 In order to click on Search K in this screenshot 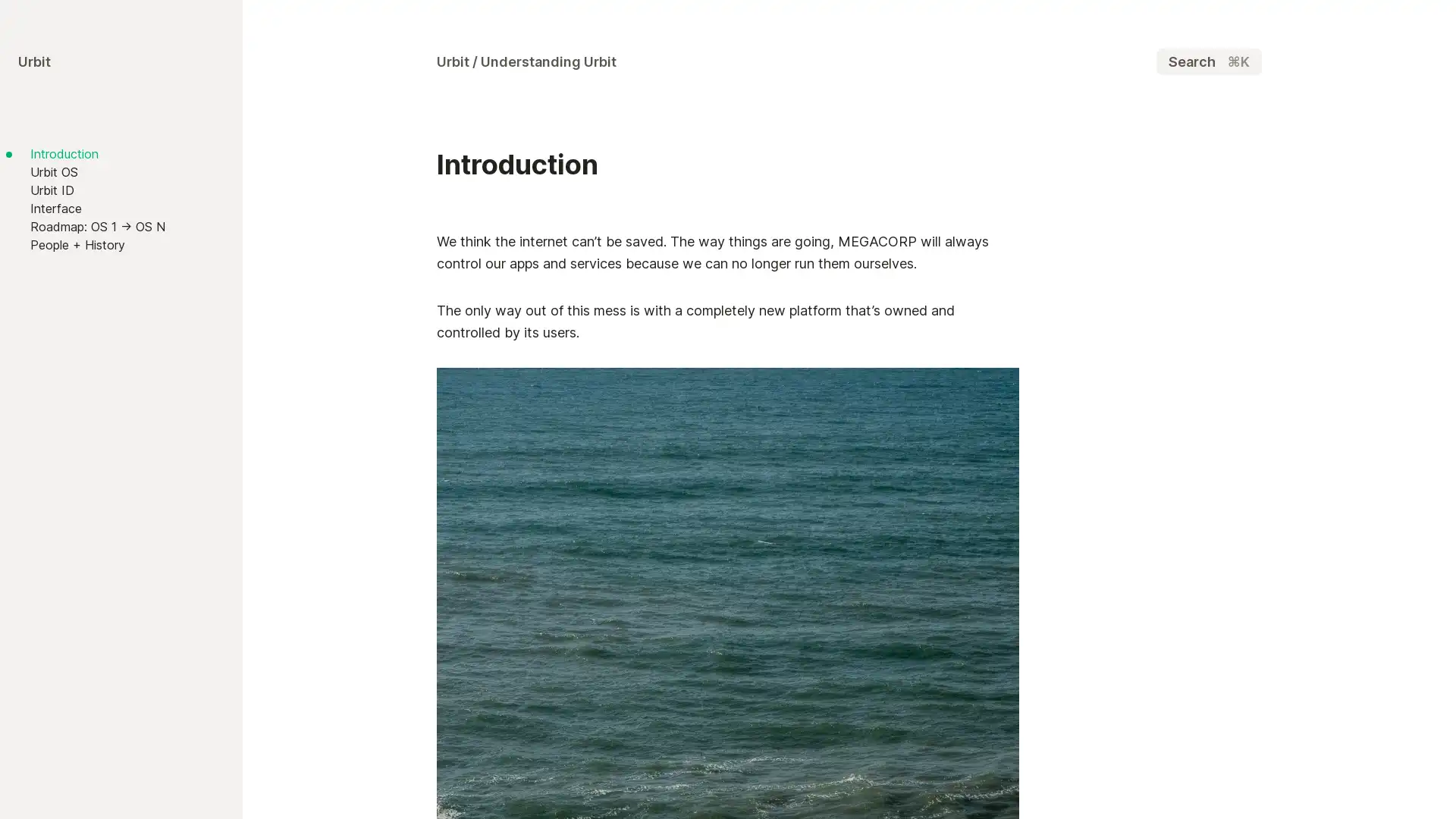, I will do `click(1208, 61)`.